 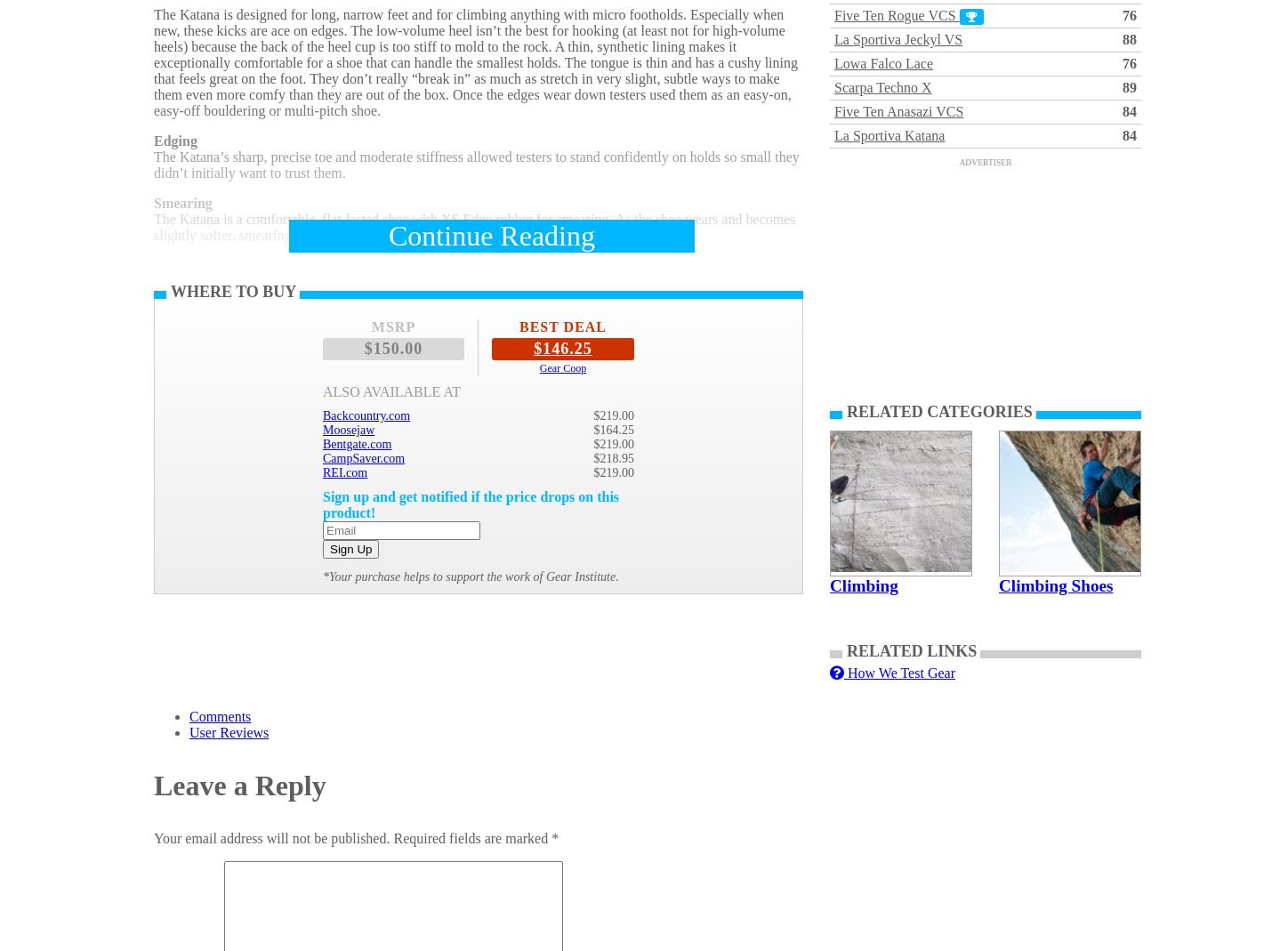 I want to click on 'The 4mm Vibram XS Edge rubber adds to the Katana’s performance on micro holds. It’s durable and super sticky.', so click(x=153, y=421).